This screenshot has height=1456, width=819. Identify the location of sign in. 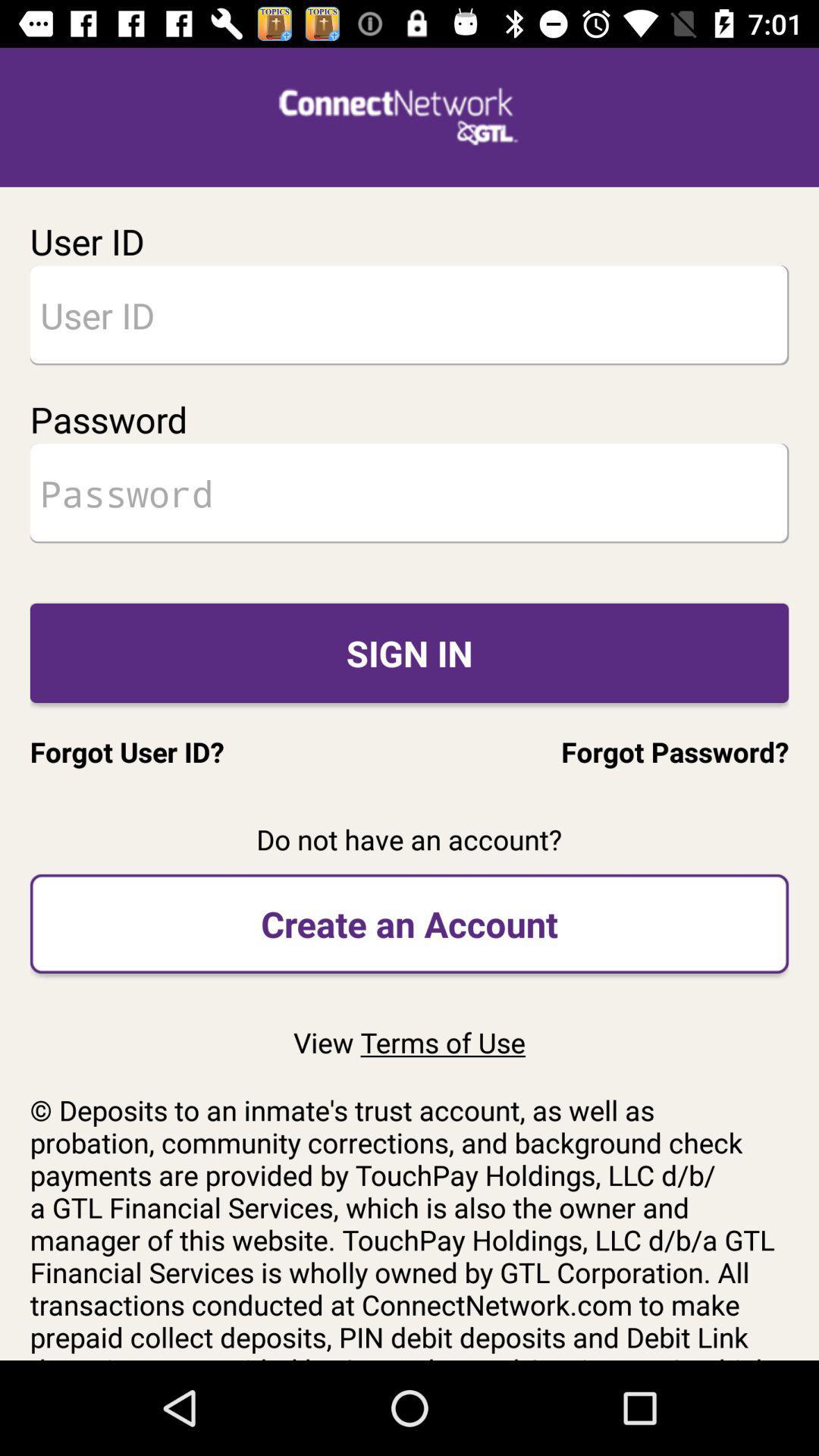
(409, 653).